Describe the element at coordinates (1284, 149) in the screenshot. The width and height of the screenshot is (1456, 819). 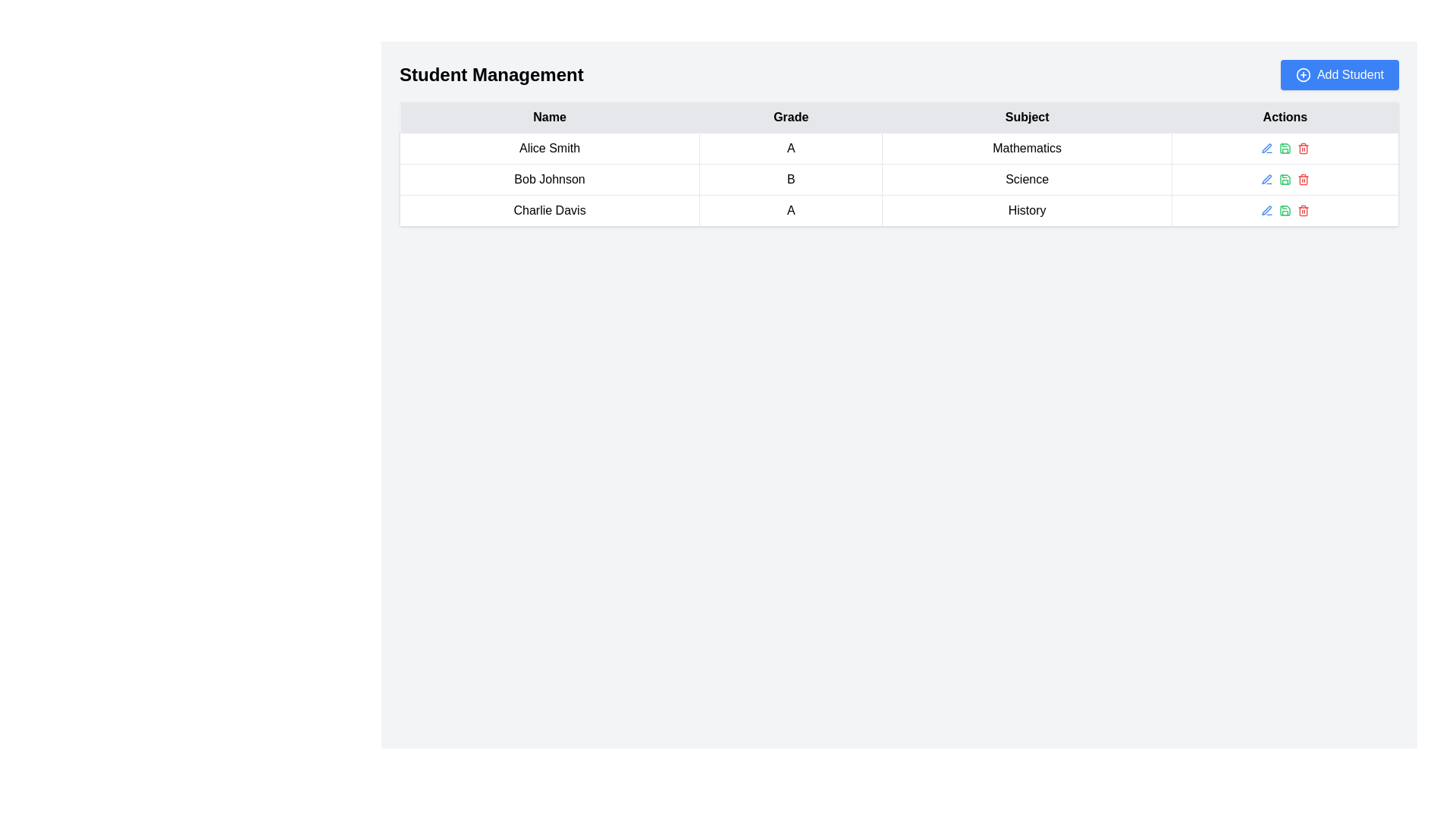
I see `the green-colored save icon button located in the 'Actions' column for the third student, 'Charlie Davis'` at that location.